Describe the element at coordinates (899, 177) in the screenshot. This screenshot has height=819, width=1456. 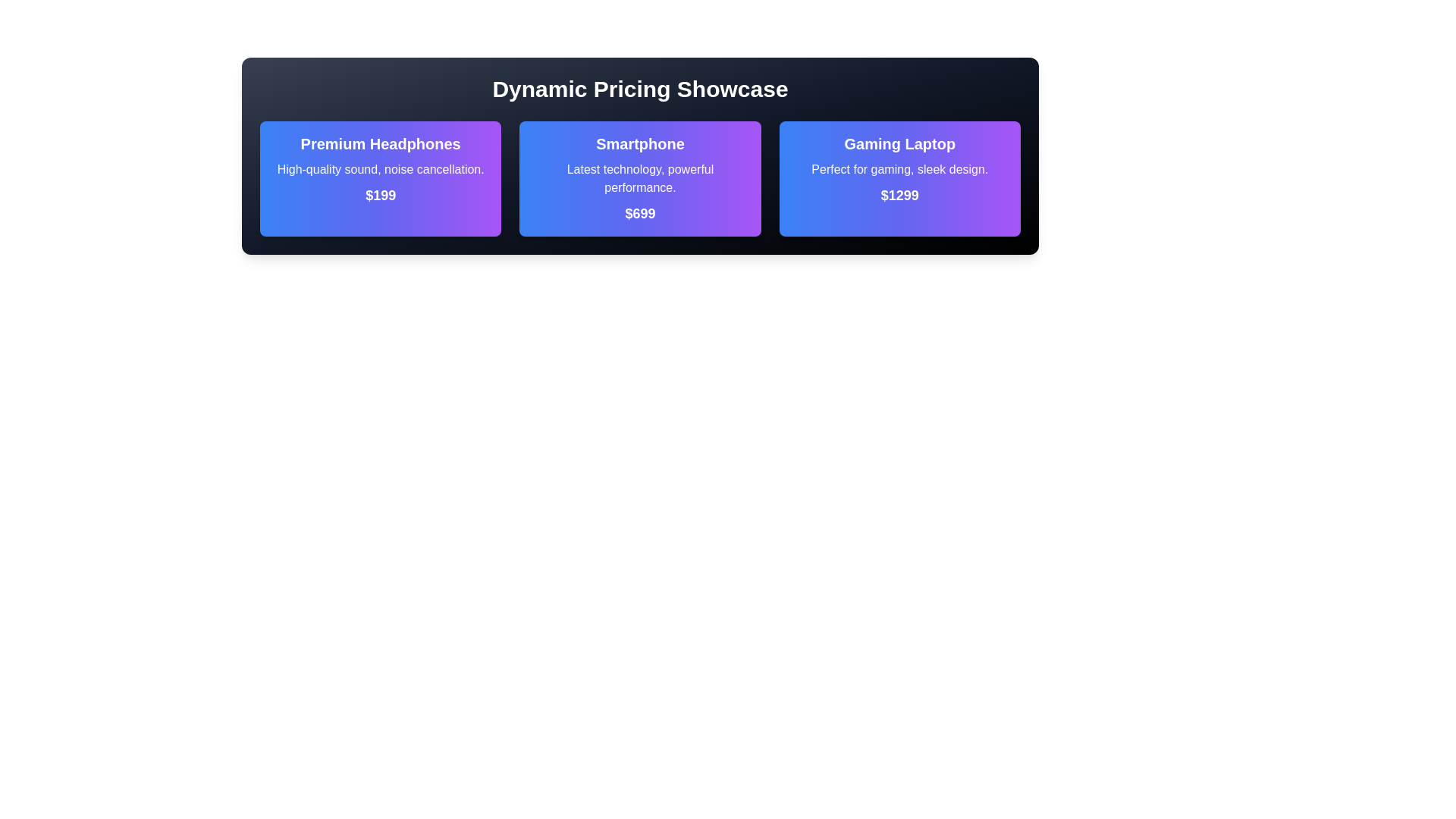
I see `the gaming laptop card widget at the rightmost position in the row of three cards` at that location.